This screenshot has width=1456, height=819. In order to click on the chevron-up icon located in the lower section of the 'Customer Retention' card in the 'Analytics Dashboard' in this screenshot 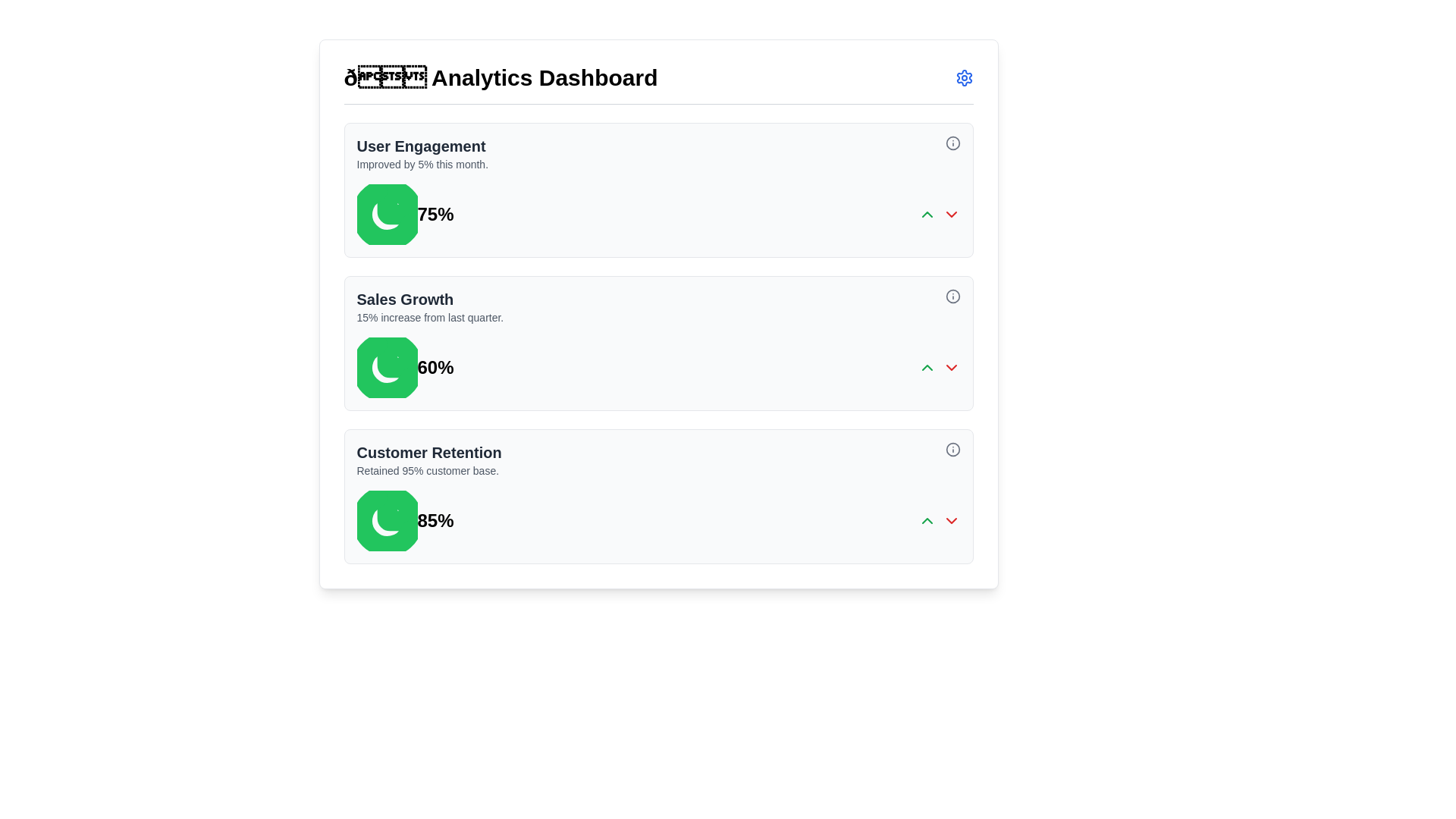, I will do `click(926, 519)`.